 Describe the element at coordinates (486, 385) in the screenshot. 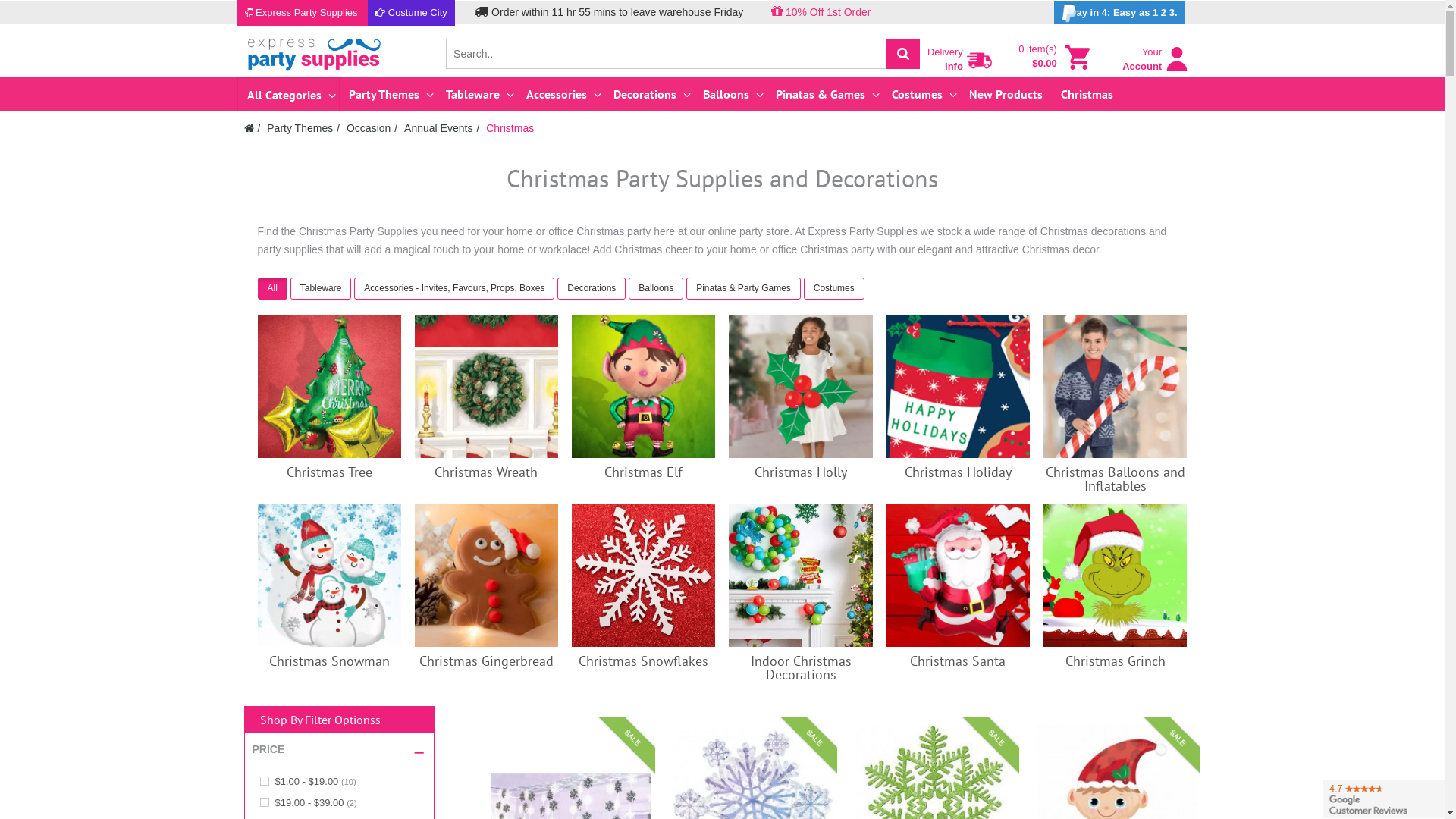

I see `'Christmas Wreath'` at that location.